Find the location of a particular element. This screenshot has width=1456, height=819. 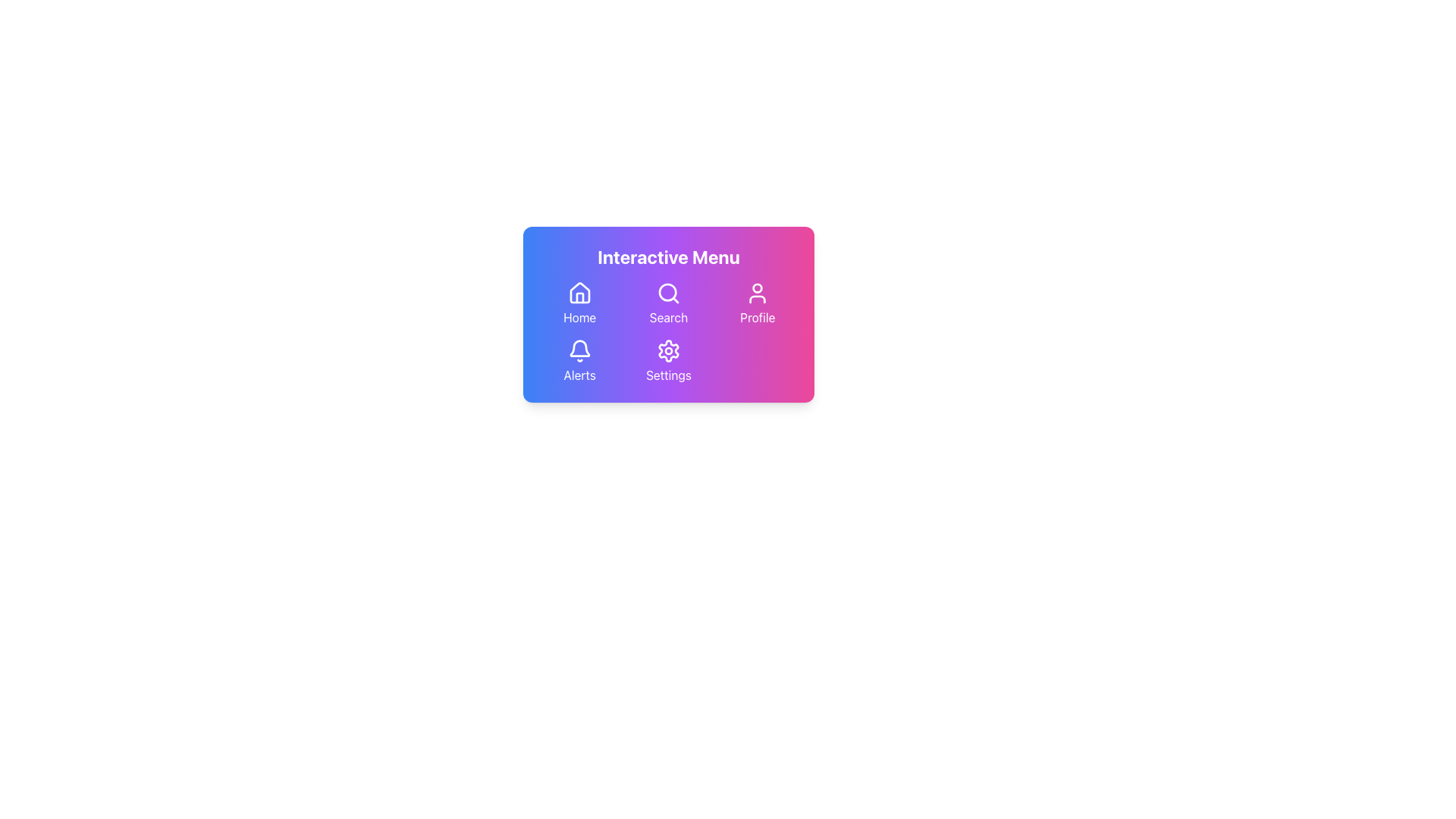

the search button icon located in the second row, first column of the interactive menu grid to initiate a search action is located at coordinates (668, 293).